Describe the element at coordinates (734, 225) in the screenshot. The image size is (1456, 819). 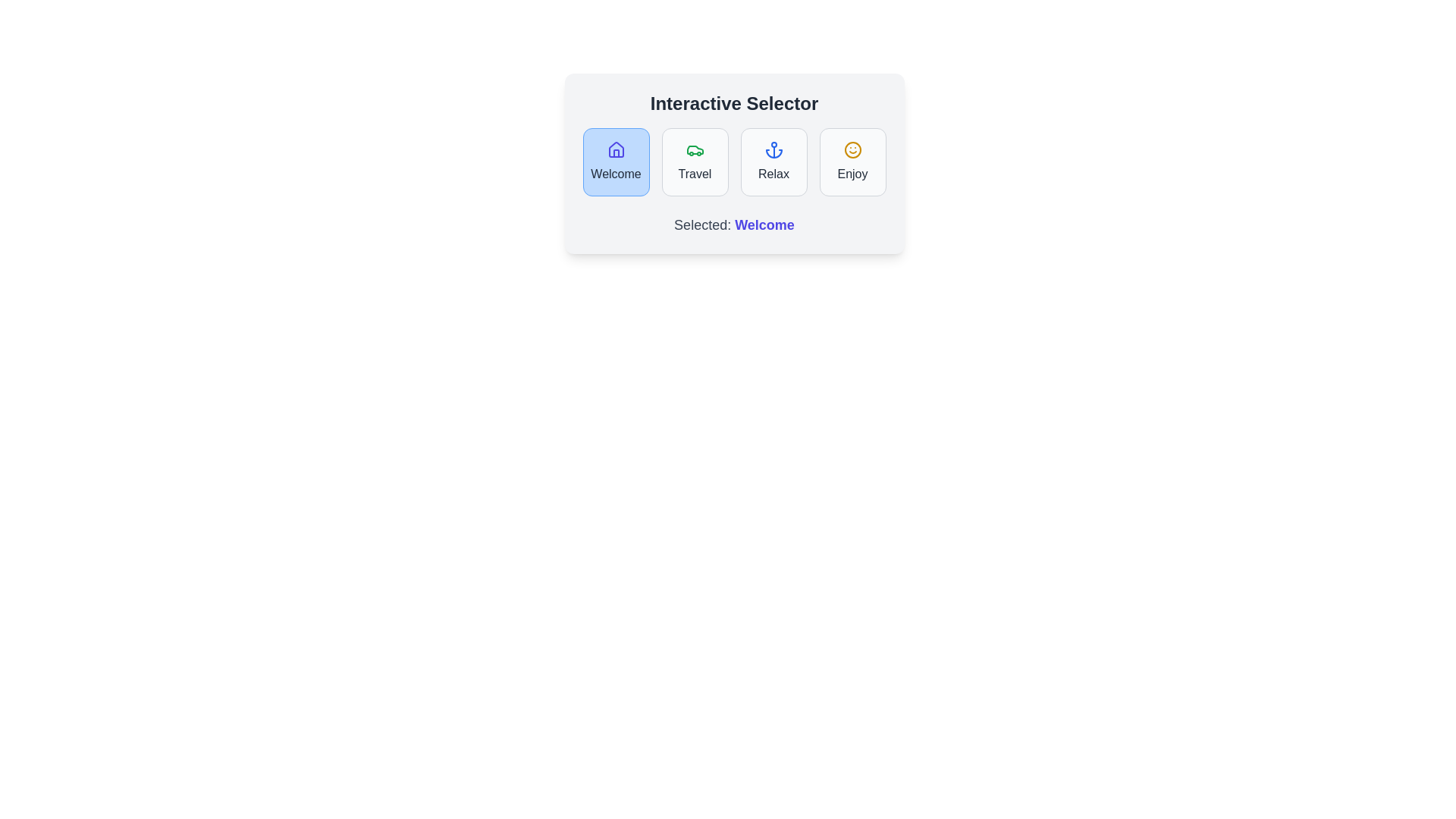
I see `the text display area that shows the message 'Selected: Welcome', where 'Welcome' is styled in blue, underlined, and bold` at that location.